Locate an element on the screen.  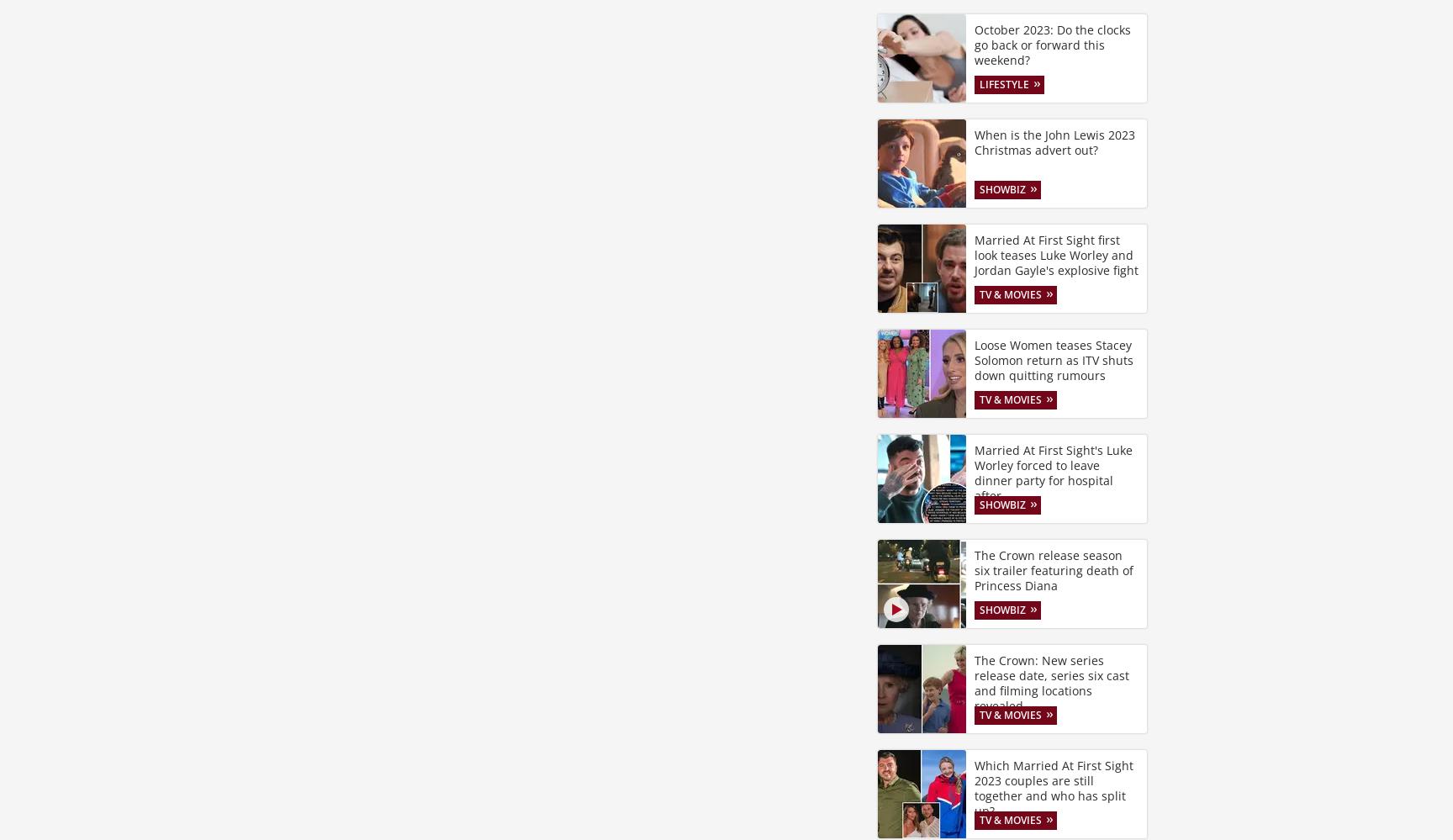
'October 2023: Do the clocks go back or forward this weekend?' is located at coordinates (1051, 44).